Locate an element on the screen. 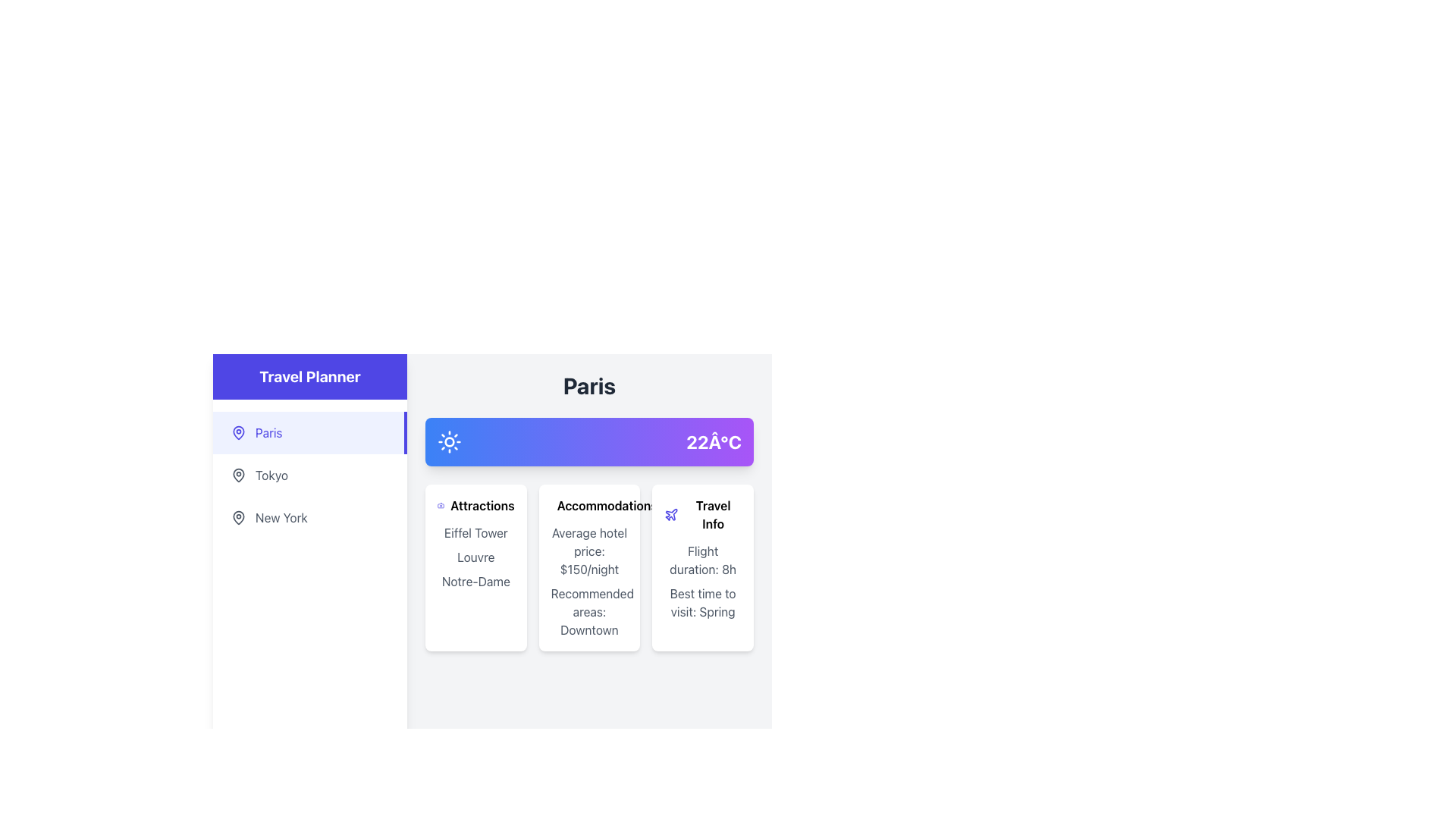  the text label or heading that designates accommodations related to the city of Paris, located between the 'Attractions' and 'Travel Info' cards is located at coordinates (607, 506).